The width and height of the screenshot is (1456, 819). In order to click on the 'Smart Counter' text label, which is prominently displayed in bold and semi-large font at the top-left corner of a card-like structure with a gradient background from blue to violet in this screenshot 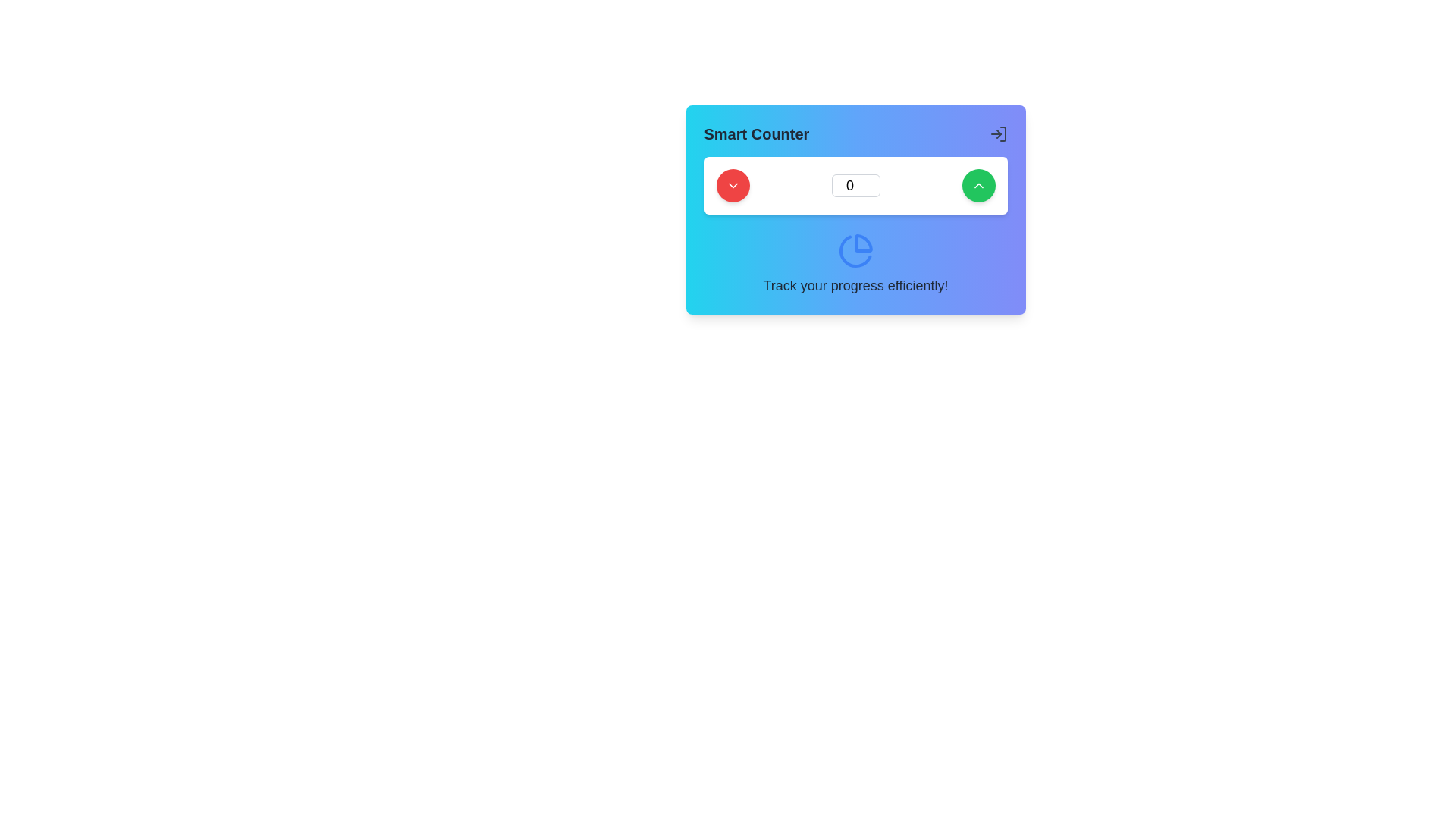, I will do `click(757, 133)`.